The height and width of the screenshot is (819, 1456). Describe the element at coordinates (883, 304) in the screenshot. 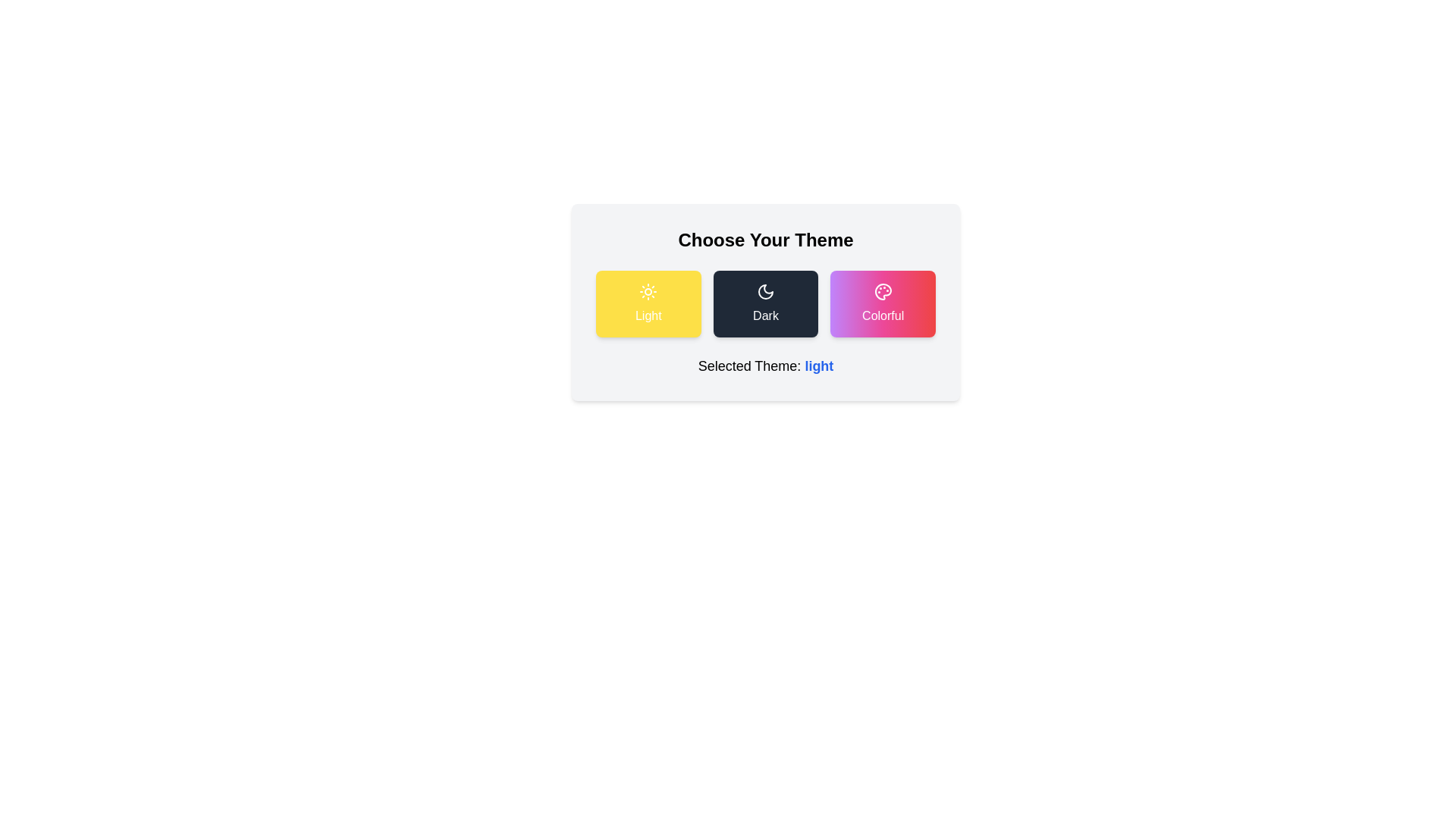

I see `the Colorful button to observe its focus effects` at that location.